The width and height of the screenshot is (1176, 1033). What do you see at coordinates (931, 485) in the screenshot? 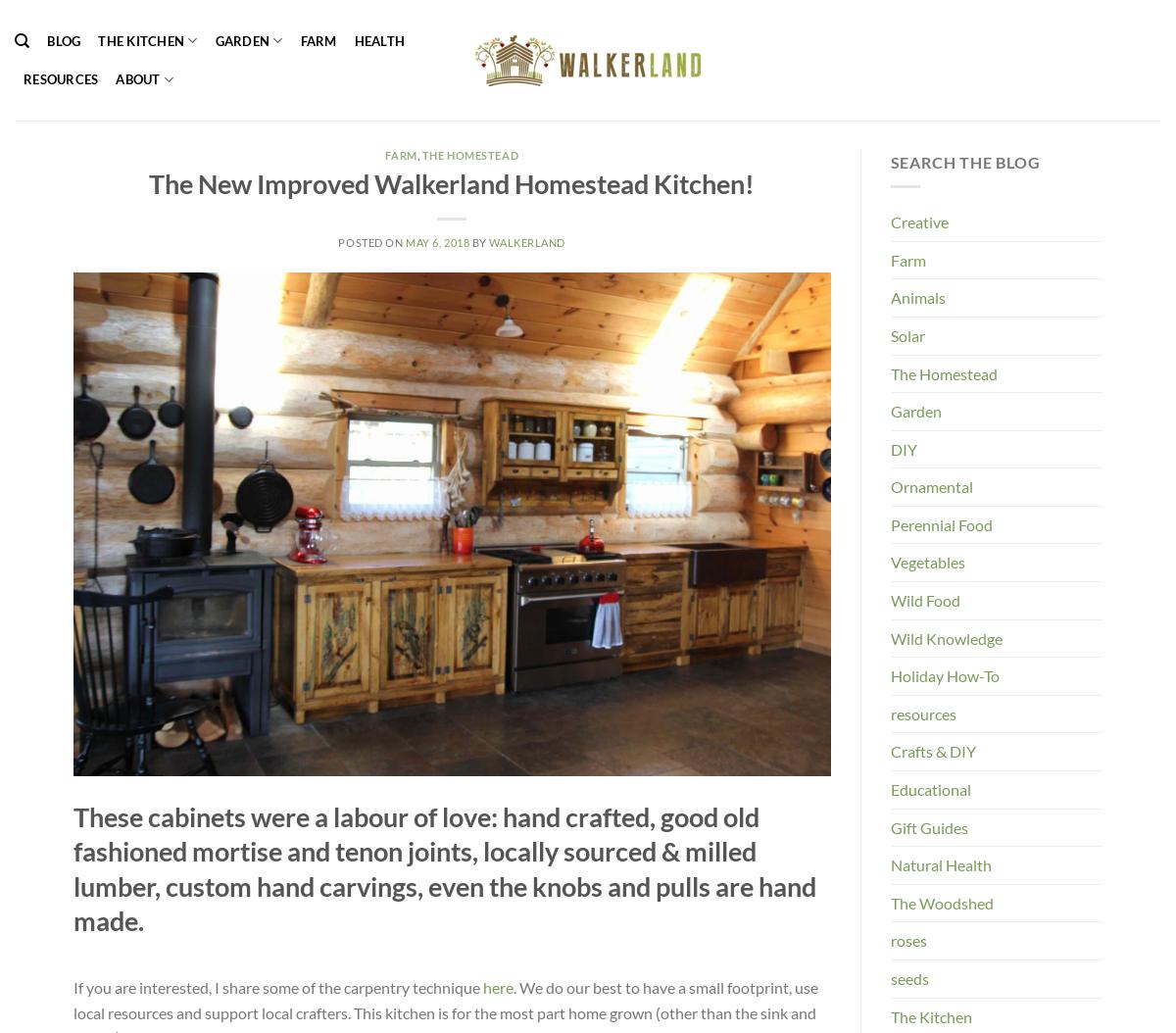
I see `'Ornamental'` at bounding box center [931, 485].